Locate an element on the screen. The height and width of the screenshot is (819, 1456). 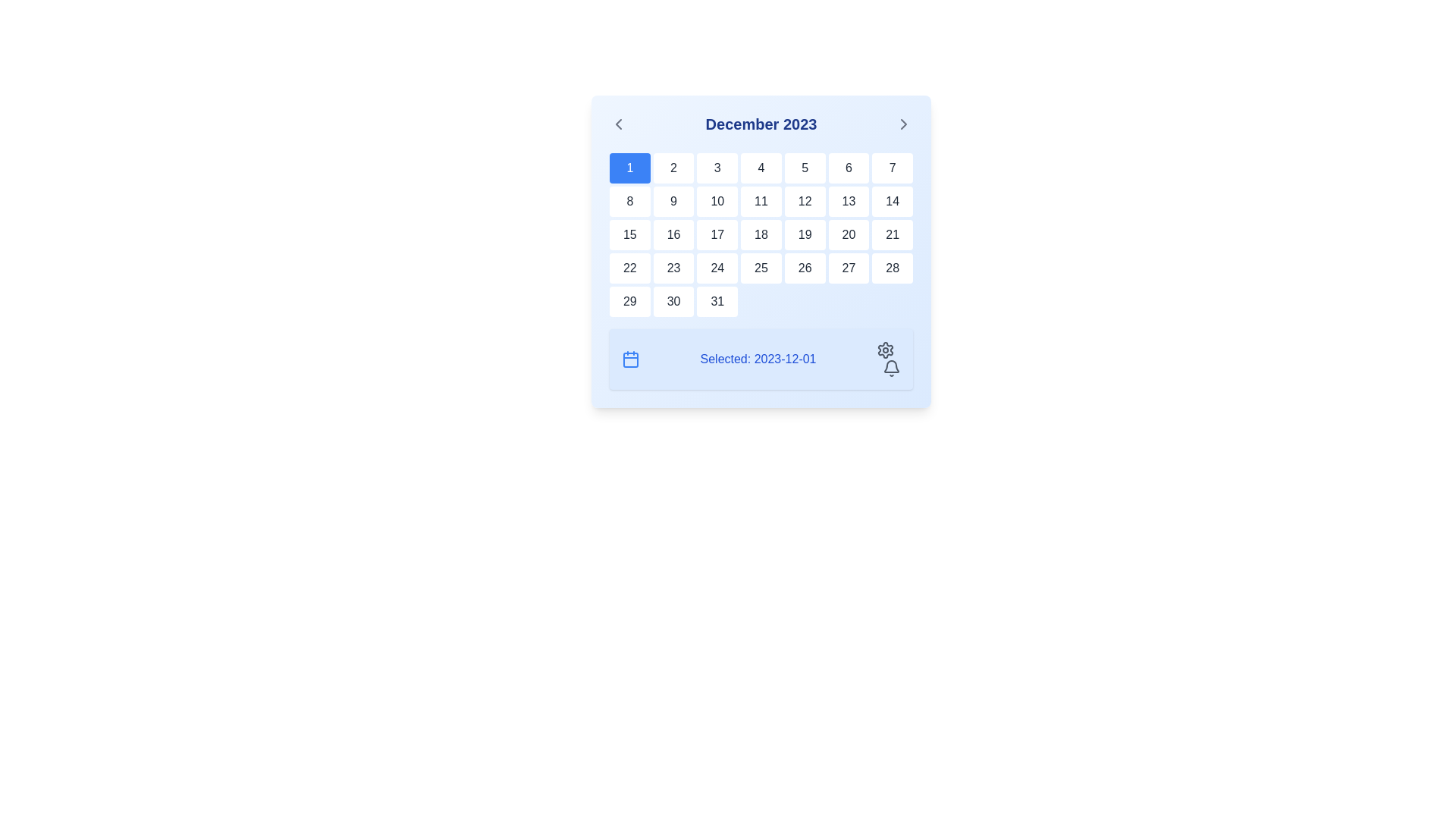
the clickable calendar date cell displaying '26' in the sixth column of the fourth row to observe the hover effect is located at coordinates (804, 268).